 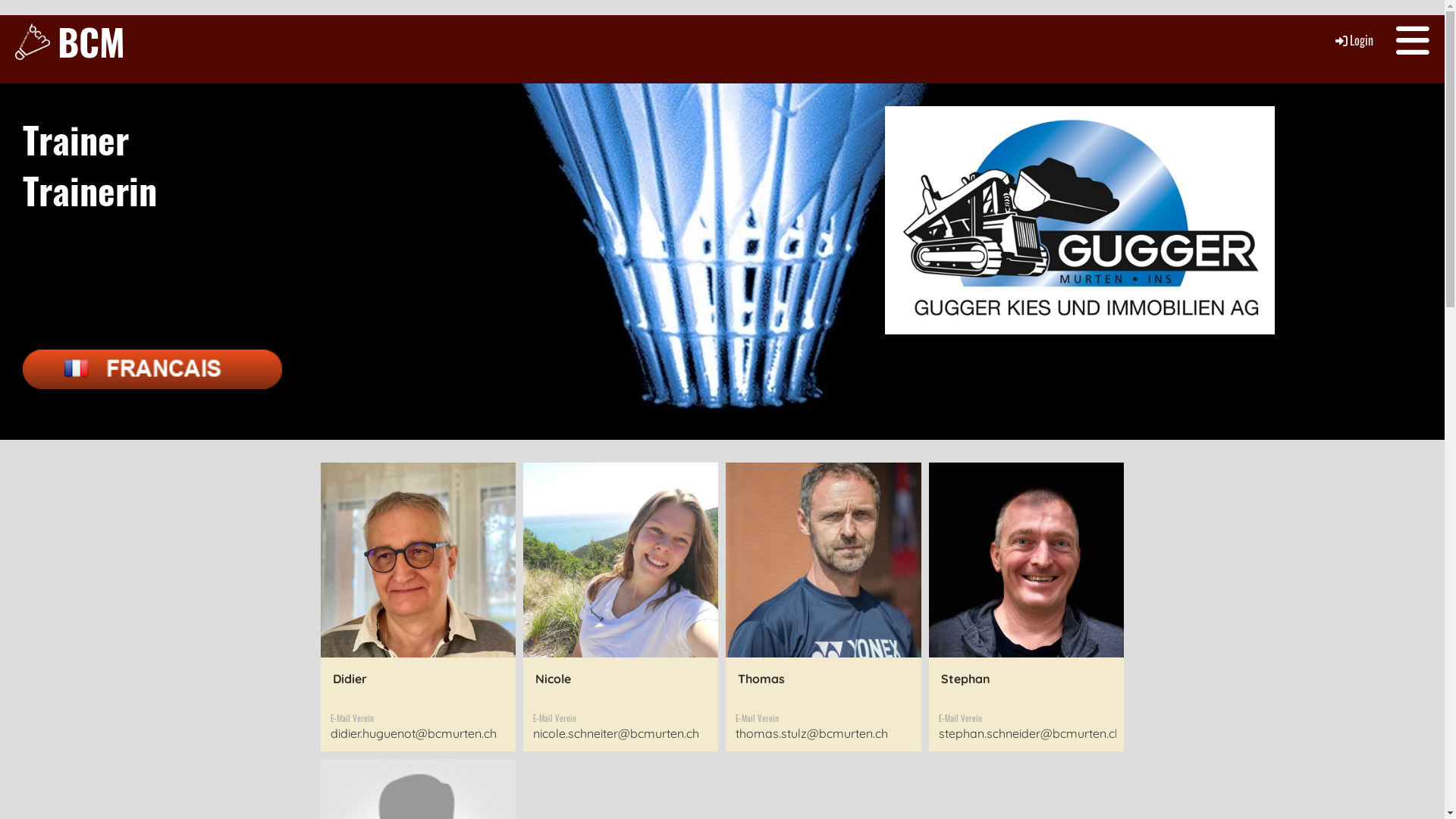 What do you see at coordinates (1030, 733) in the screenshot?
I see `'stephan.schneider@bcmurten.ch'` at bounding box center [1030, 733].